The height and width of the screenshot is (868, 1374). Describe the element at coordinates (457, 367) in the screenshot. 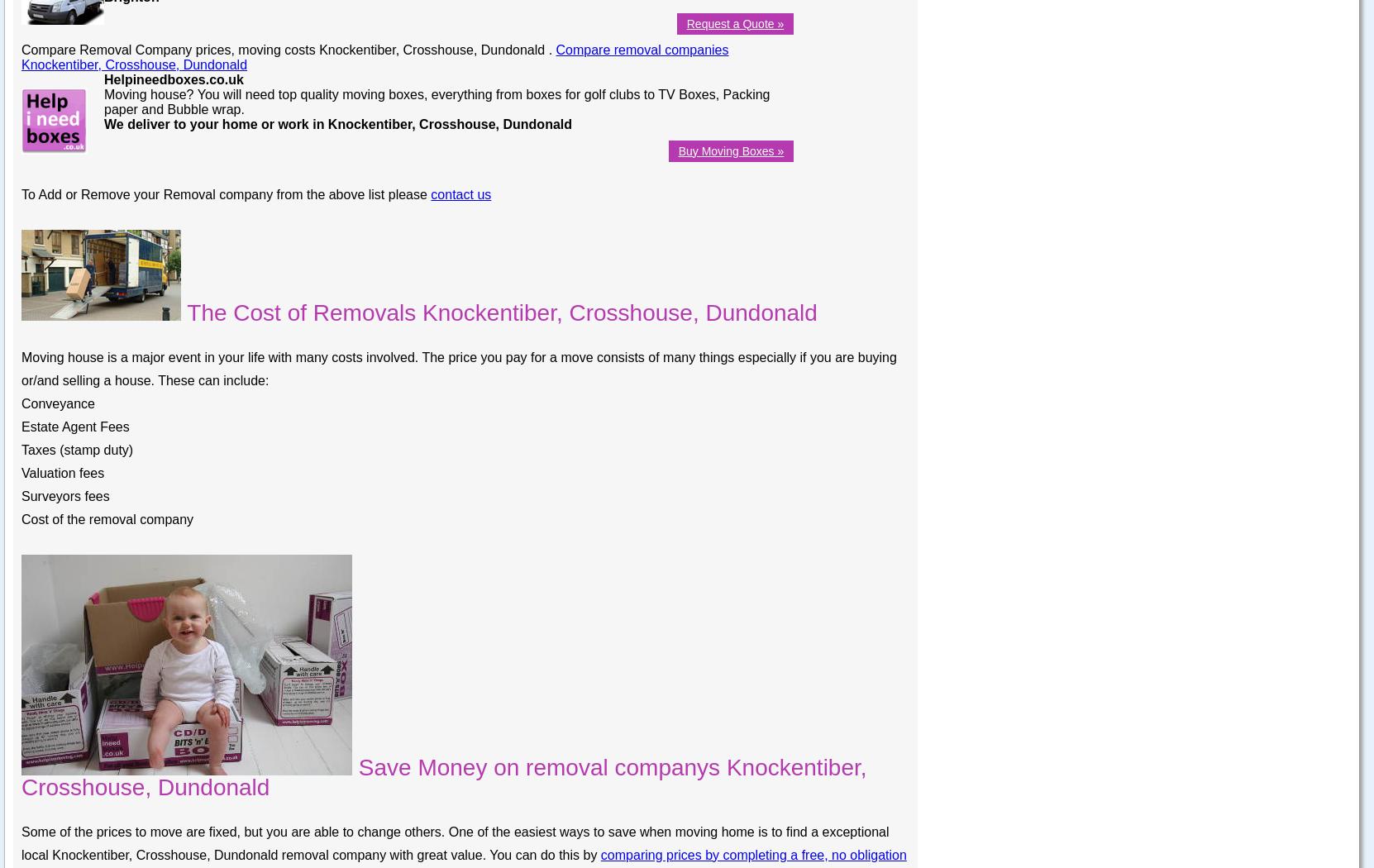

I see `'Moving house is a major event in your life with many costs involved. The price you pay for a move consists of many things especially if you are buying or/and selling a house. These can include:'` at that location.